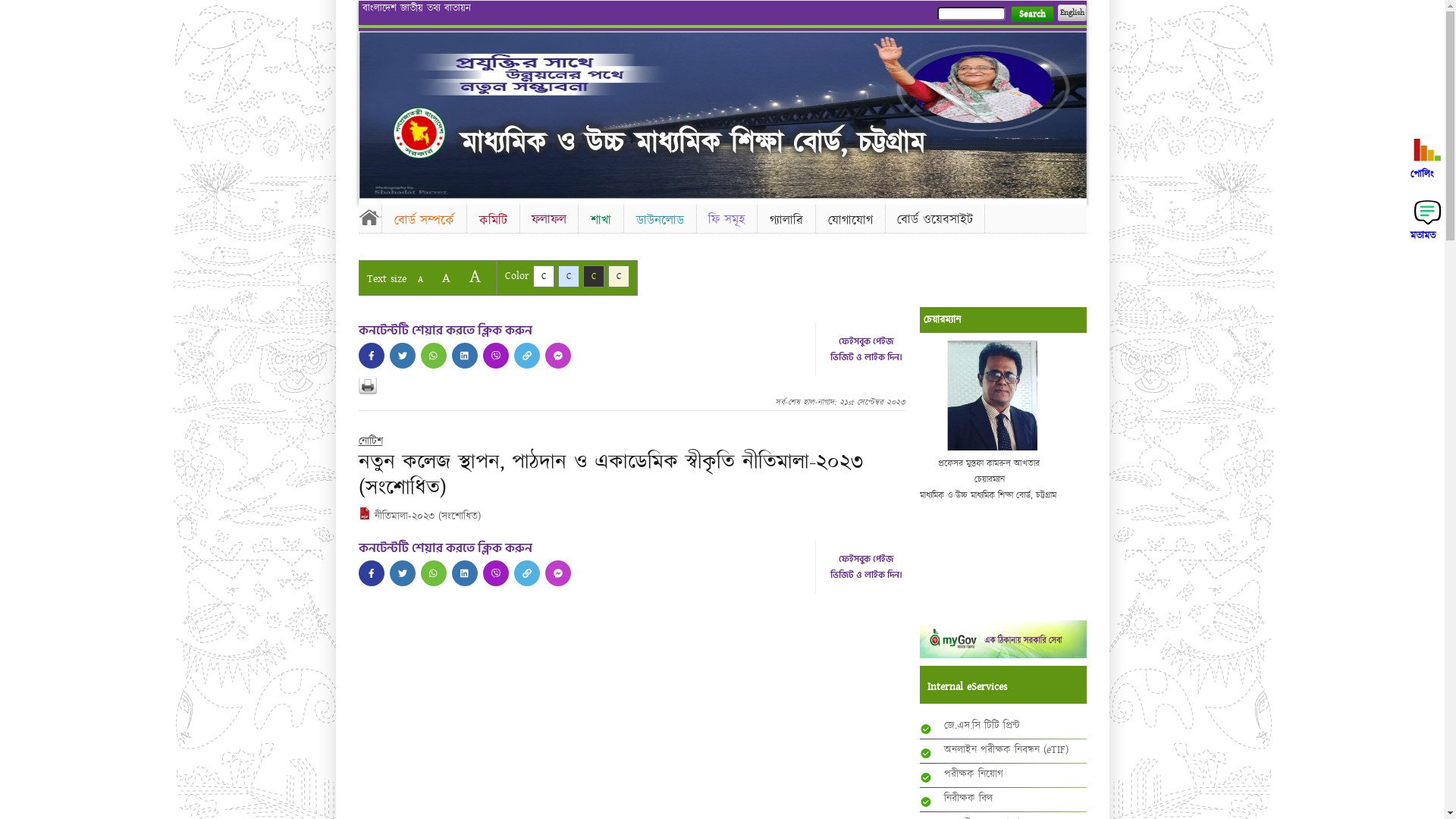 The image size is (1456, 819). What do you see at coordinates (1056, 12) in the screenshot?
I see `'English'` at bounding box center [1056, 12].